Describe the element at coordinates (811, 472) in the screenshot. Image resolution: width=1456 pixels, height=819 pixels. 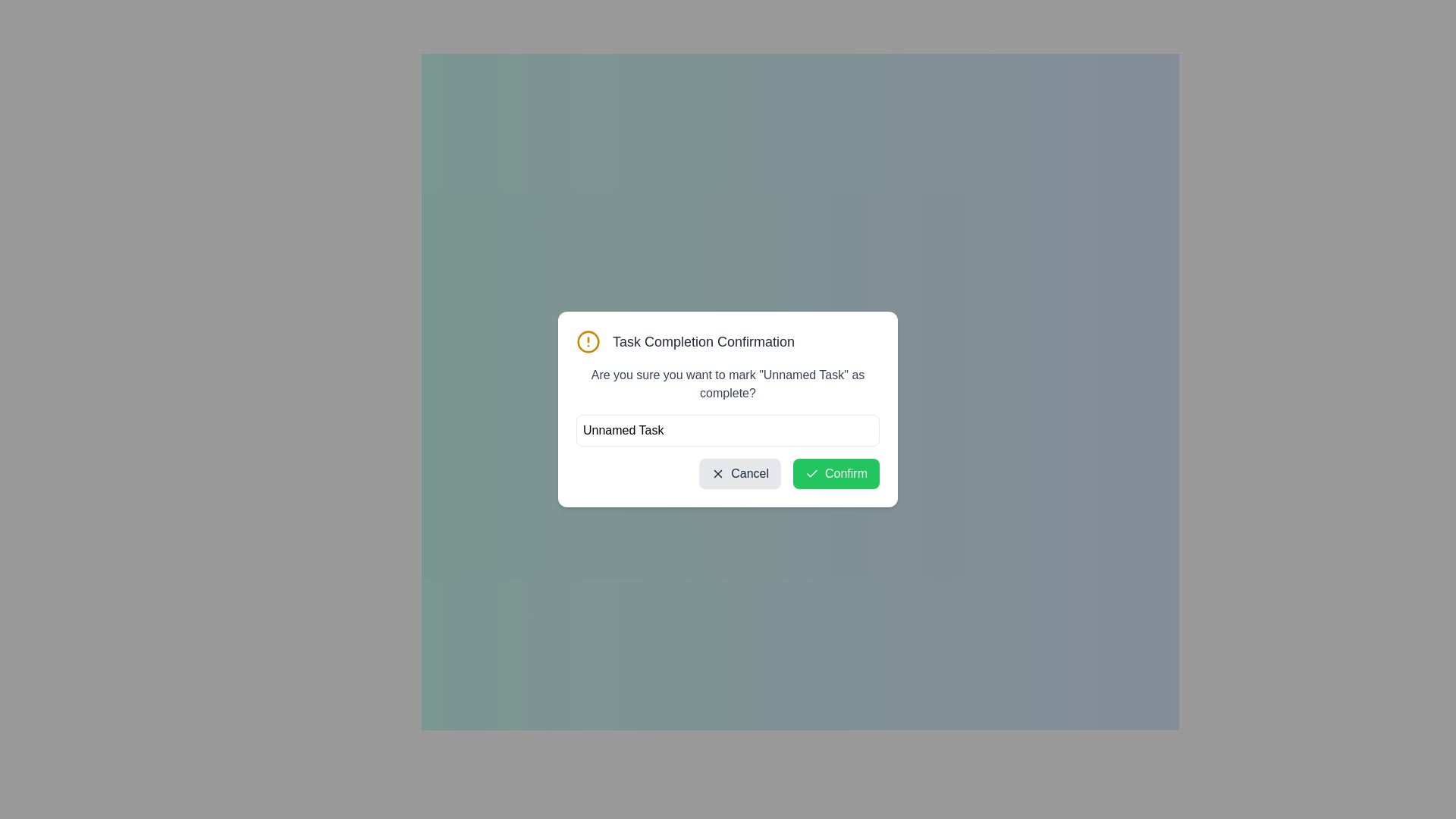
I see `the behavior of the small green checkmark icon located to the left of the 'Confirm' button in the confirmation dialog box` at that location.